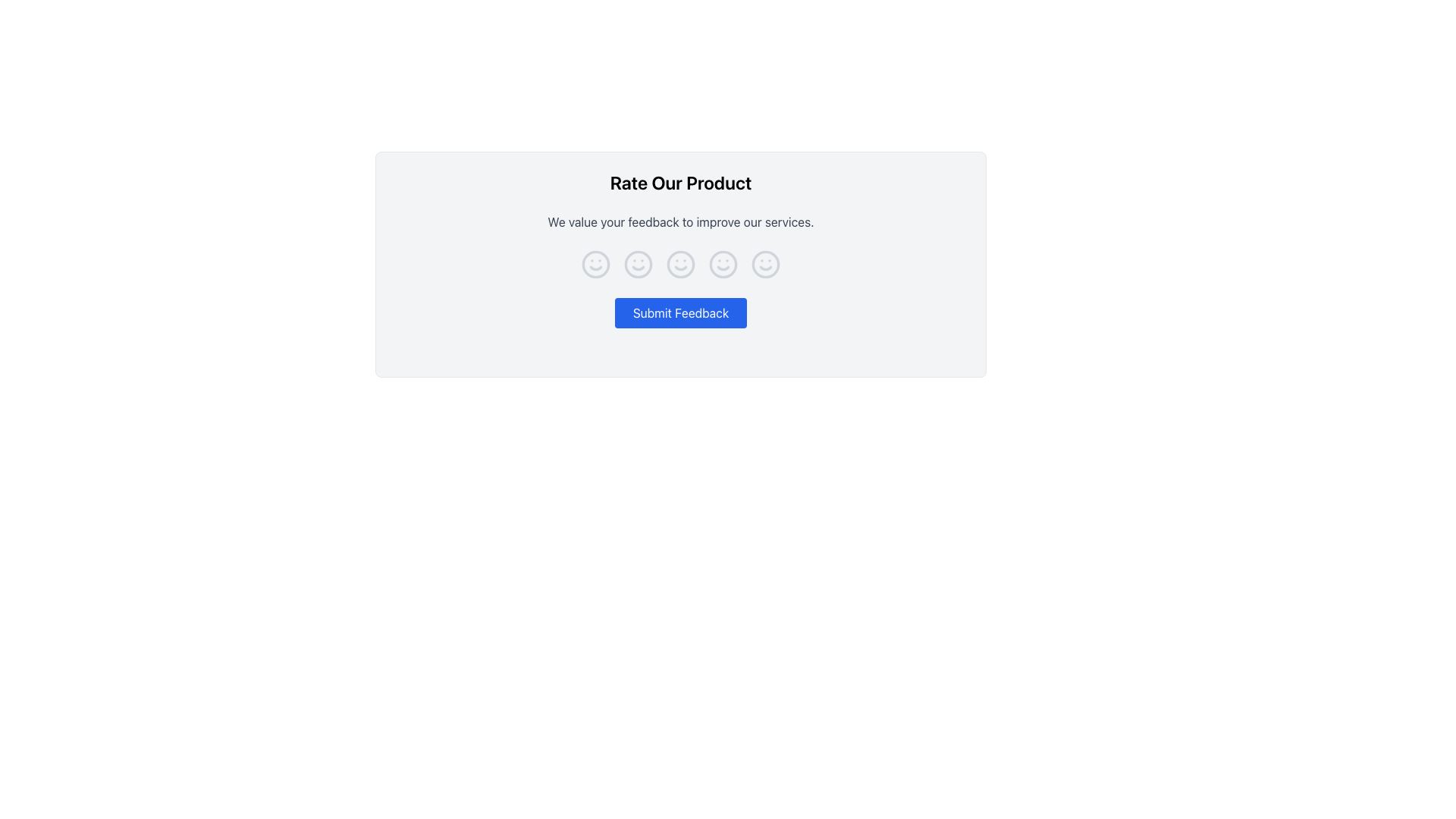 This screenshot has width=1456, height=819. Describe the element at coordinates (679, 222) in the screenshot. I see `the static text element that reads 'We value your feedback to improve our services.' which is styled in gray and located within the feedback form, positioned between the heading 'Rate Our Product' and the feedback icons` at that location.